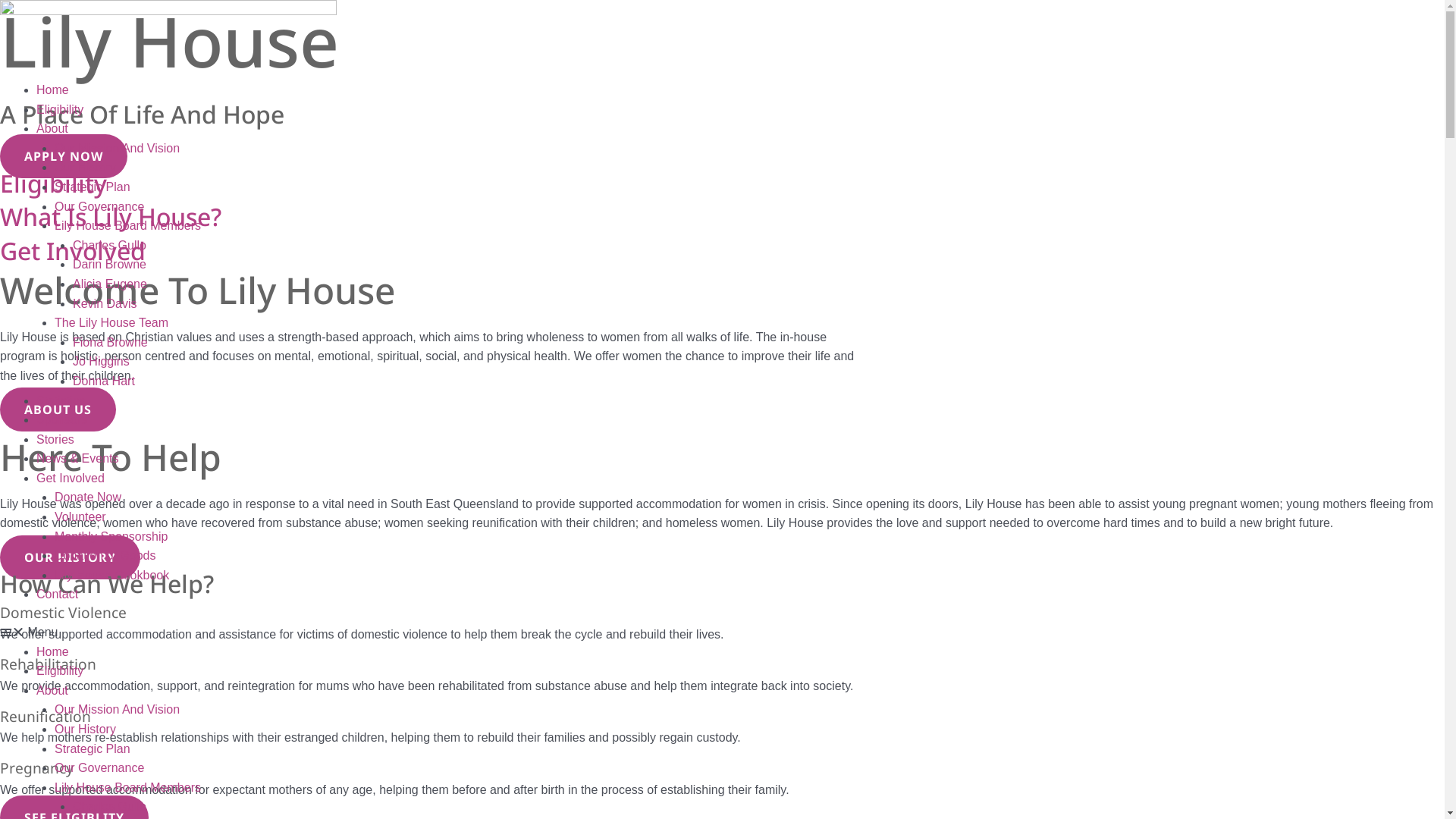 The image size is (1456, 819). What do you see at coordinates (116, 148) in the screenshot?
I see `'Our Mission And Vision'` at bounding box center [116, 148].